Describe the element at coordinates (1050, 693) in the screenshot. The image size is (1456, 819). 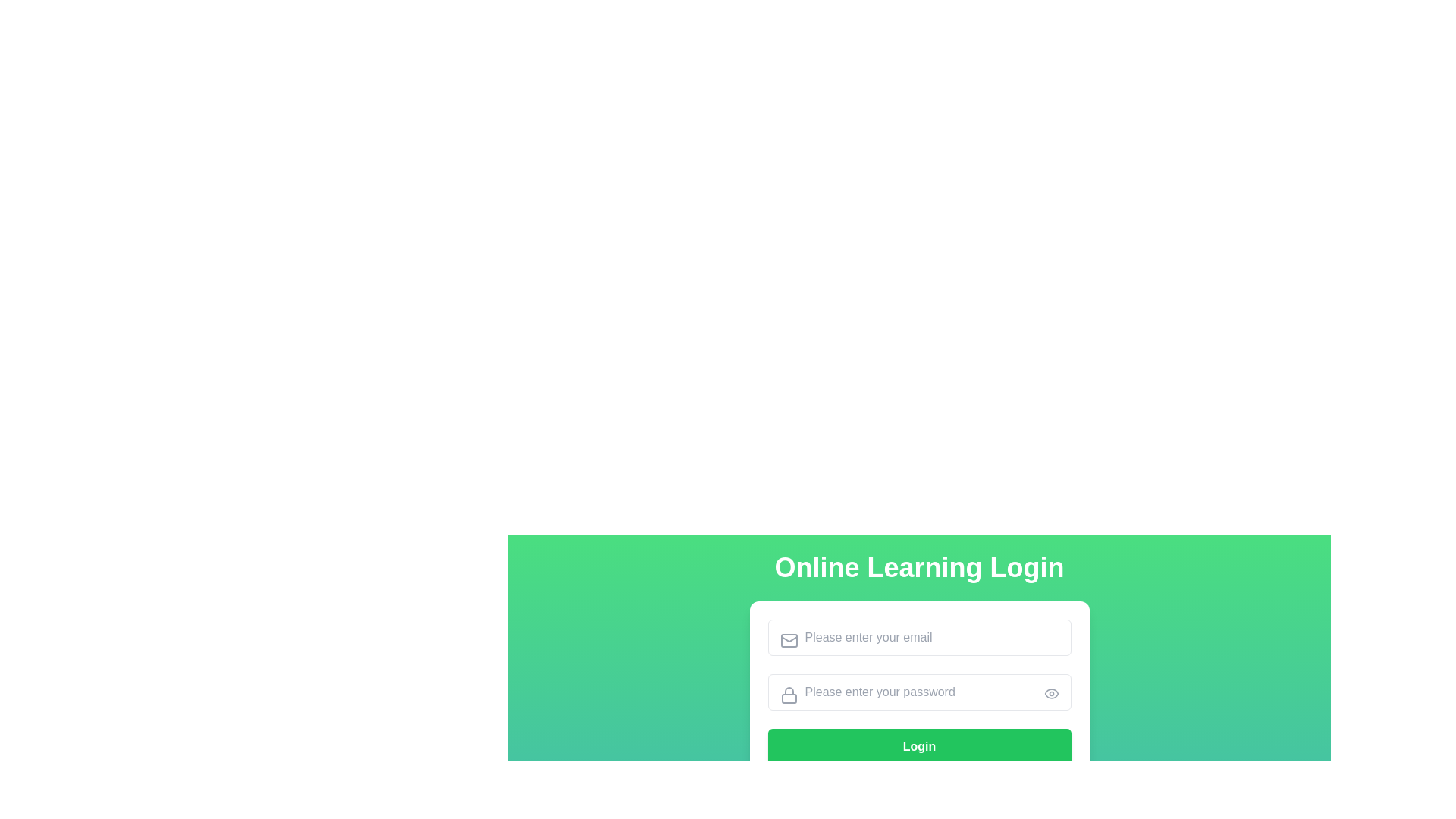
I see `the circular eye icon button in the top-right corner of the password input field` at that location.